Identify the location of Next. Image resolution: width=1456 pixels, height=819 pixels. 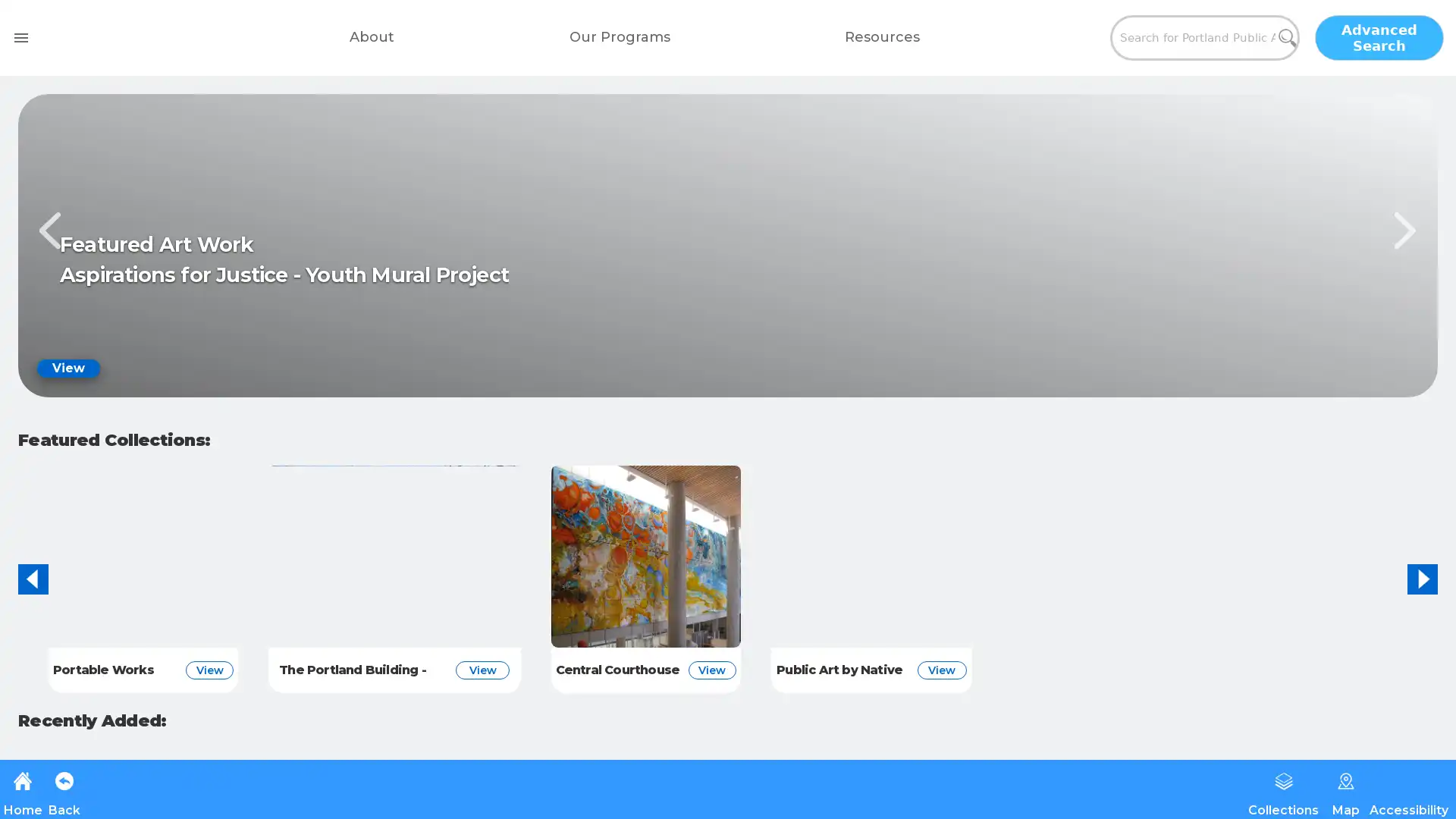
(1404, 231).